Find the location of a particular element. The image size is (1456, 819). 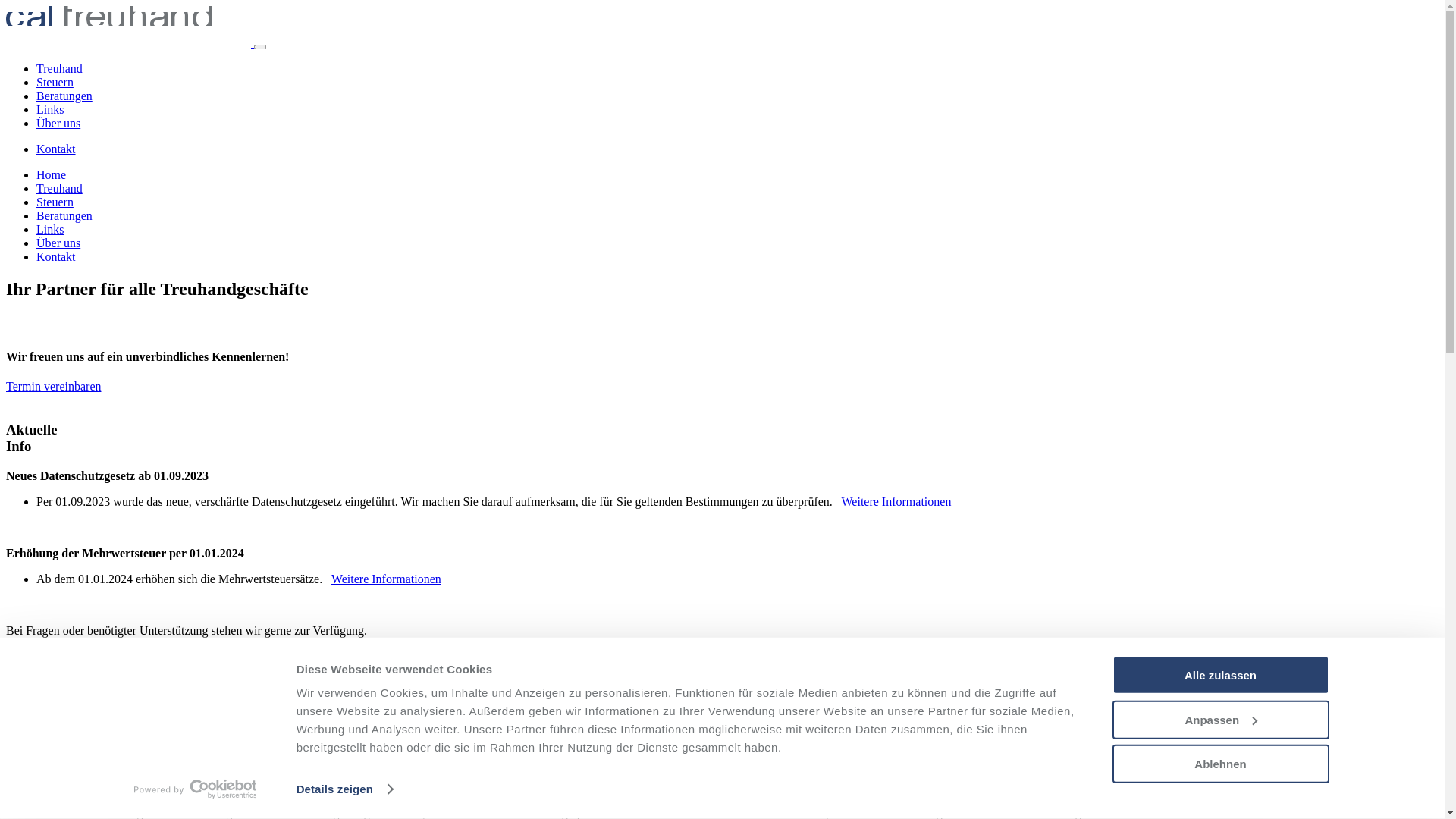

'Alle zulassen' is located at coordinates (1219, 674).